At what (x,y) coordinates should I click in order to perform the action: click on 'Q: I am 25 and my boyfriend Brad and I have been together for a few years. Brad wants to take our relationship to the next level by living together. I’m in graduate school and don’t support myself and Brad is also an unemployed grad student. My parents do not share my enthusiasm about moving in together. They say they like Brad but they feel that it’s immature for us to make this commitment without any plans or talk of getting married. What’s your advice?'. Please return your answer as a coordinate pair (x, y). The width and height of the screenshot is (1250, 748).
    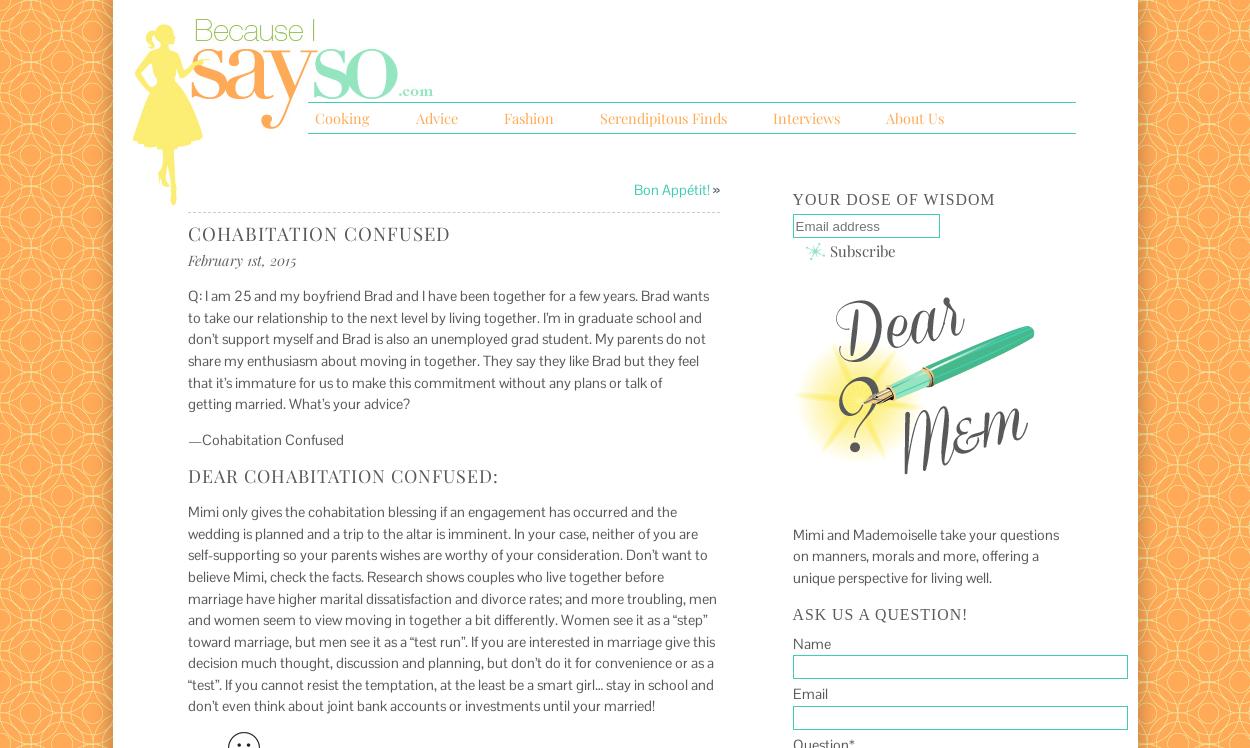
    Looking at the image, I should click on (446, 348).